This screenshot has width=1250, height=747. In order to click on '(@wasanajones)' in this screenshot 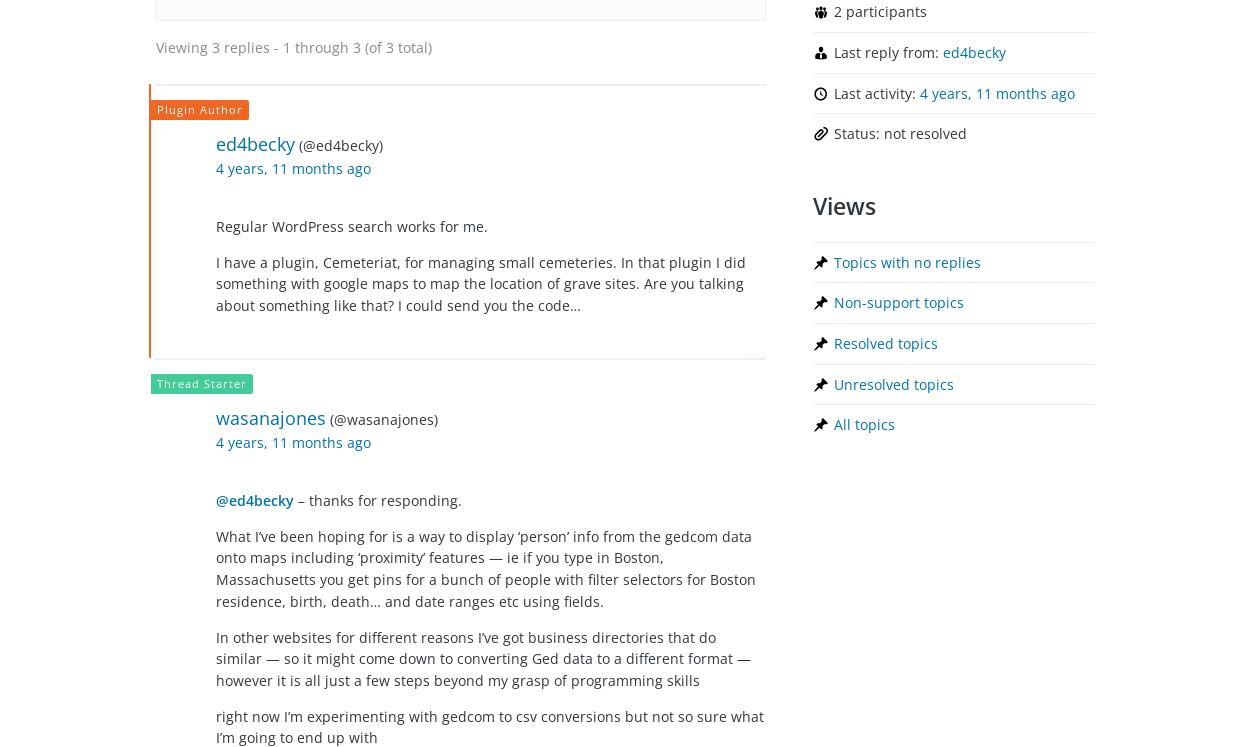, I will do `click(329, 419)`.